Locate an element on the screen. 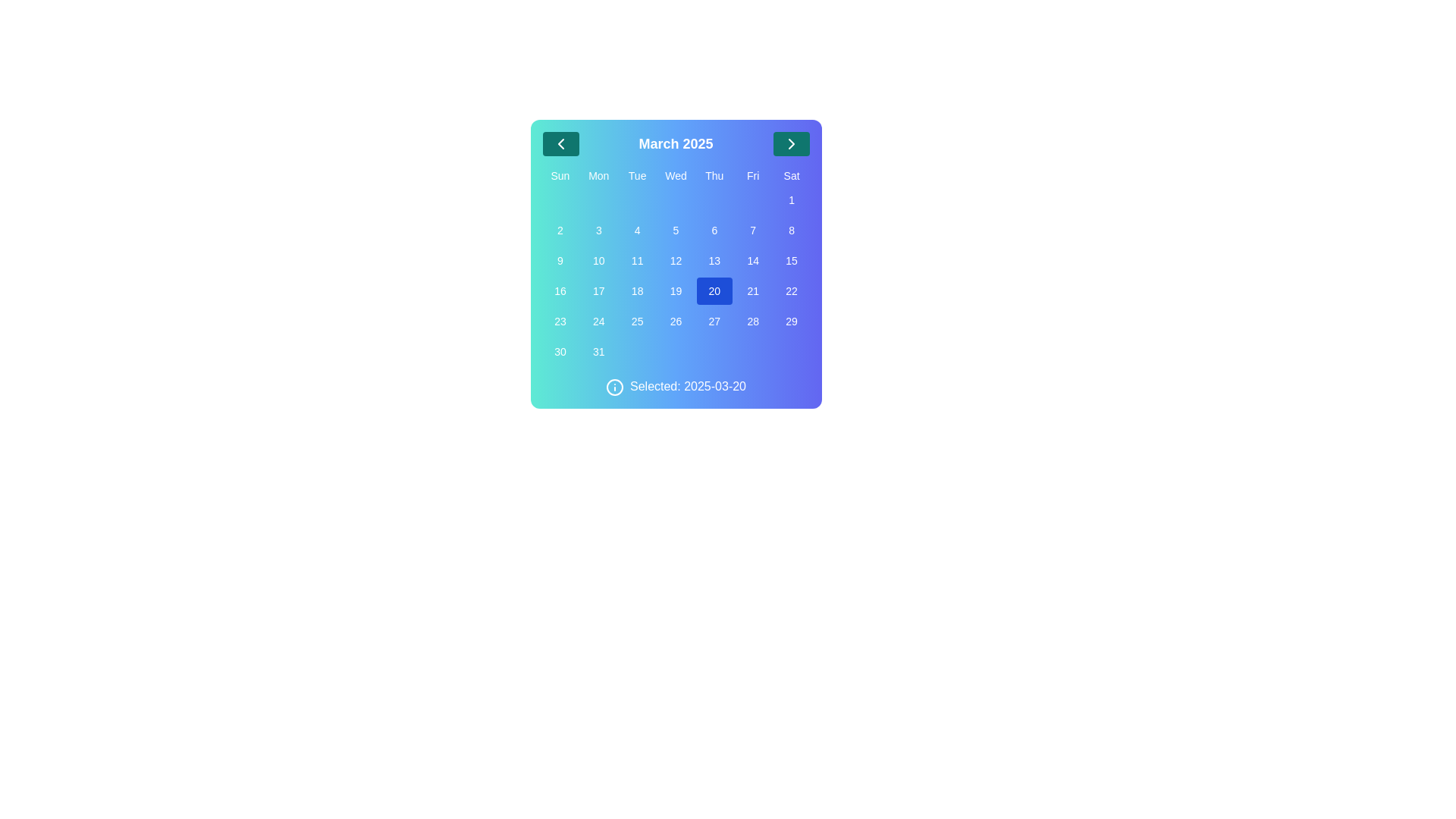 The image size is (1456, 819). the static text label indicating 'Monday' in the weekly header row of the calendar view is located at coordinates (598, 174).